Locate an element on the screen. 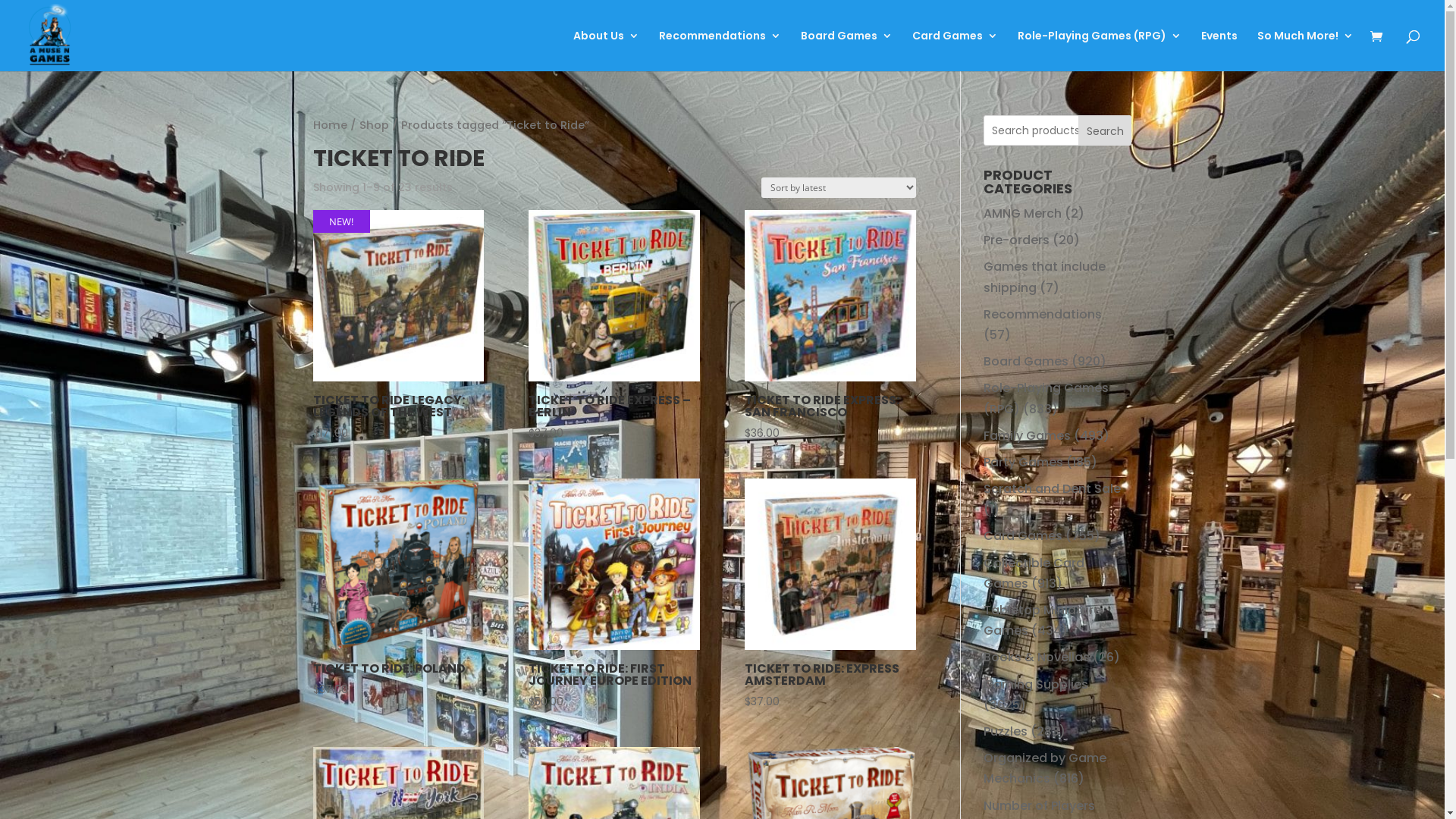 This screenshot has height=819, width=1456. 'Search' is located at coordinates (1105, 130).